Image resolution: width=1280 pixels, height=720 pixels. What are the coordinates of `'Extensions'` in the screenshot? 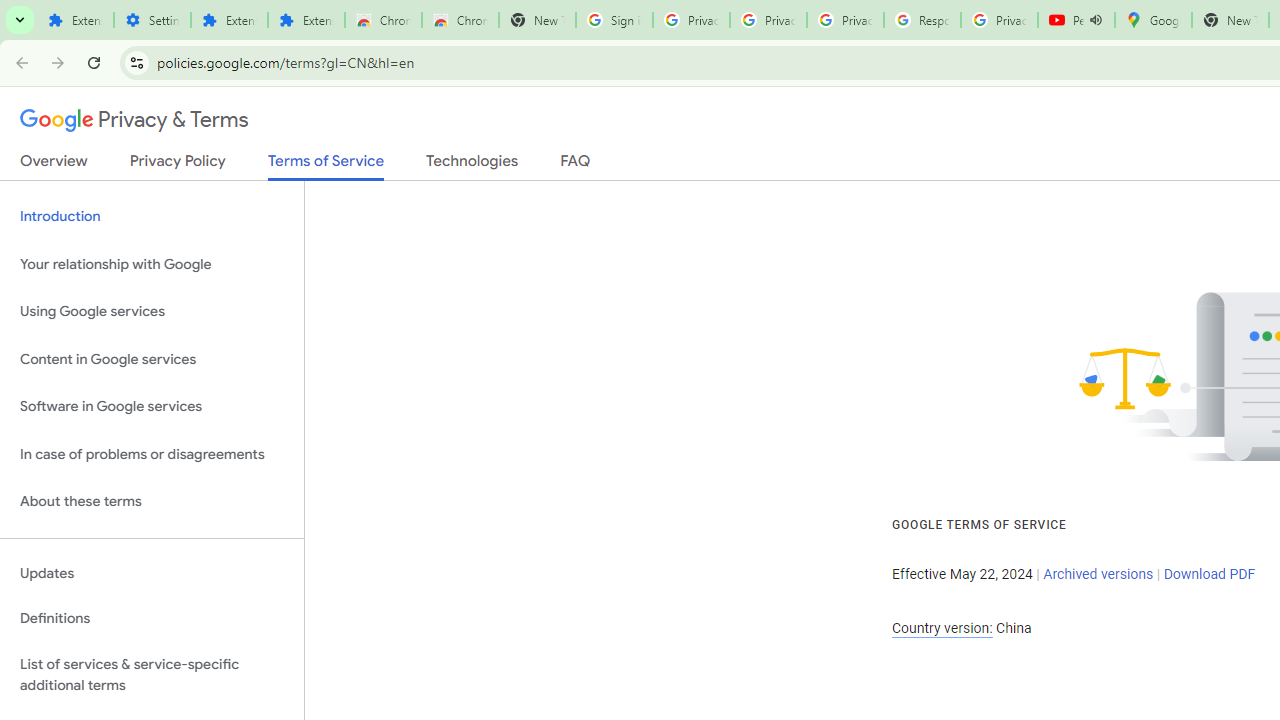 It's located at (305, 20).